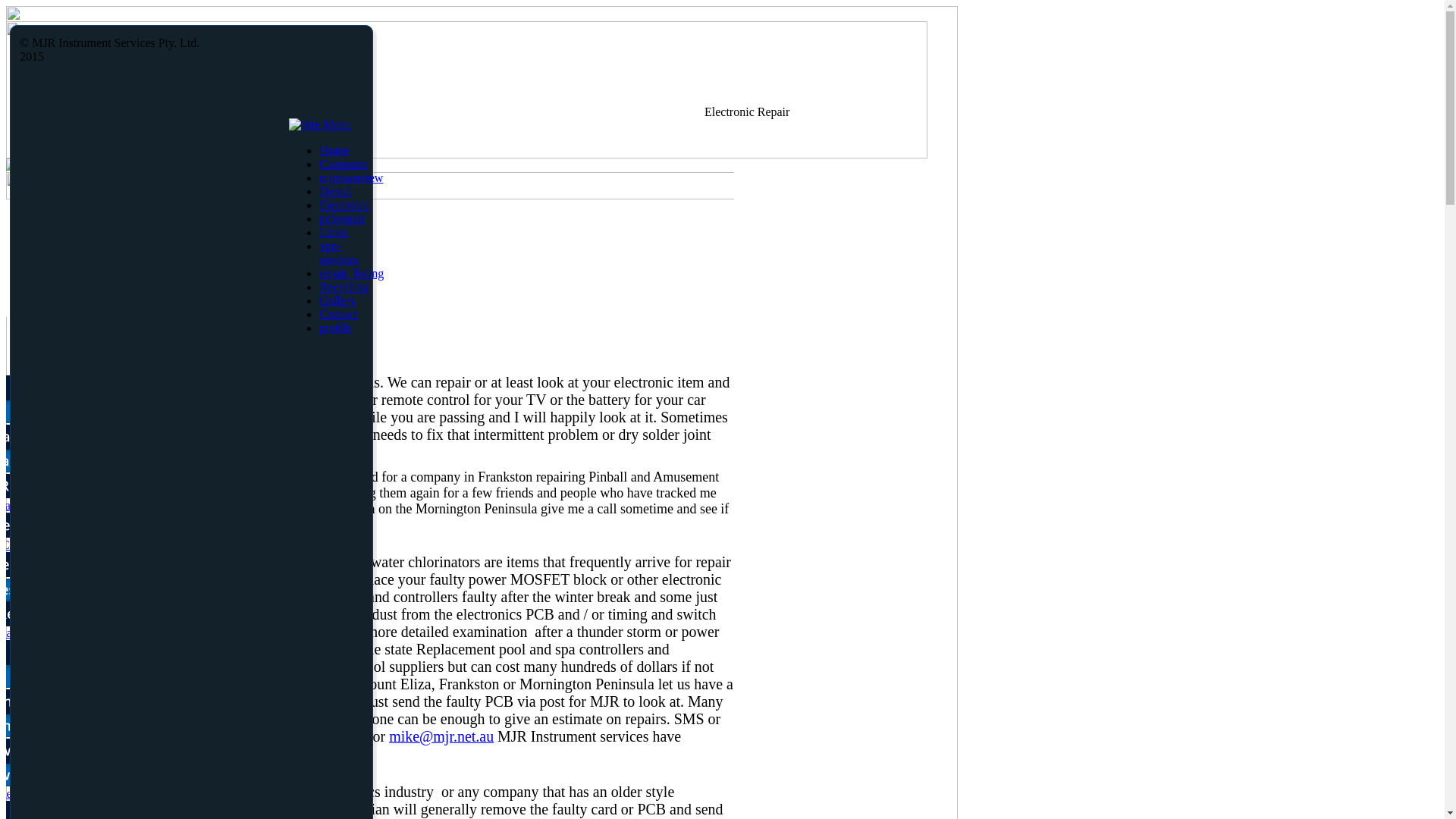  What do you see at coordinates (342, 164) in the screenshot?
I see `'Computer'` at bounding box center [342, 164].